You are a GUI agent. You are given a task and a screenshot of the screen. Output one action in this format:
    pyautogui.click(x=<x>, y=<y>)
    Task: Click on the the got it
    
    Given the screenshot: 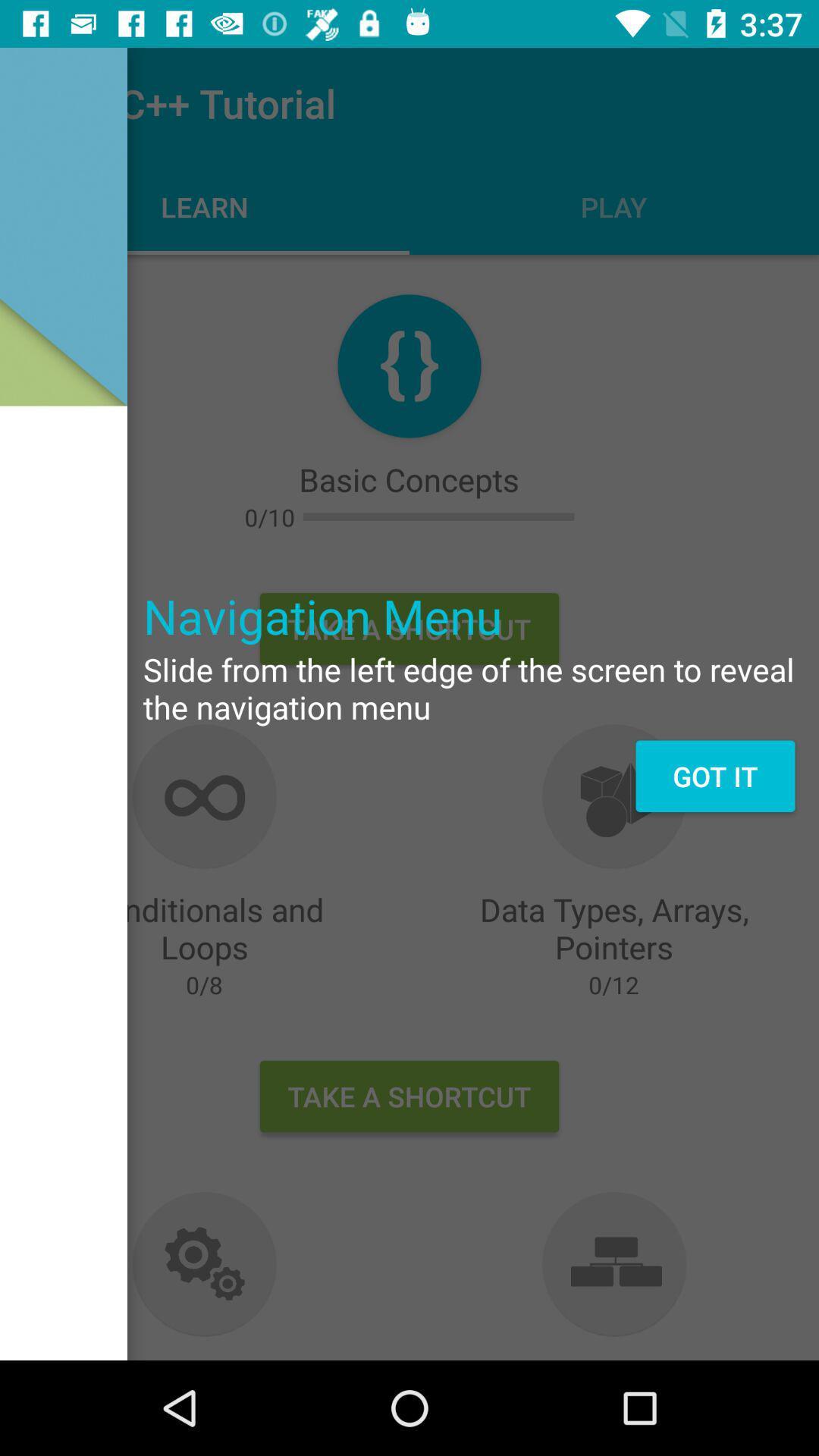 What is the action you would take?
    pyautogui.click(x=715, y=776)
    